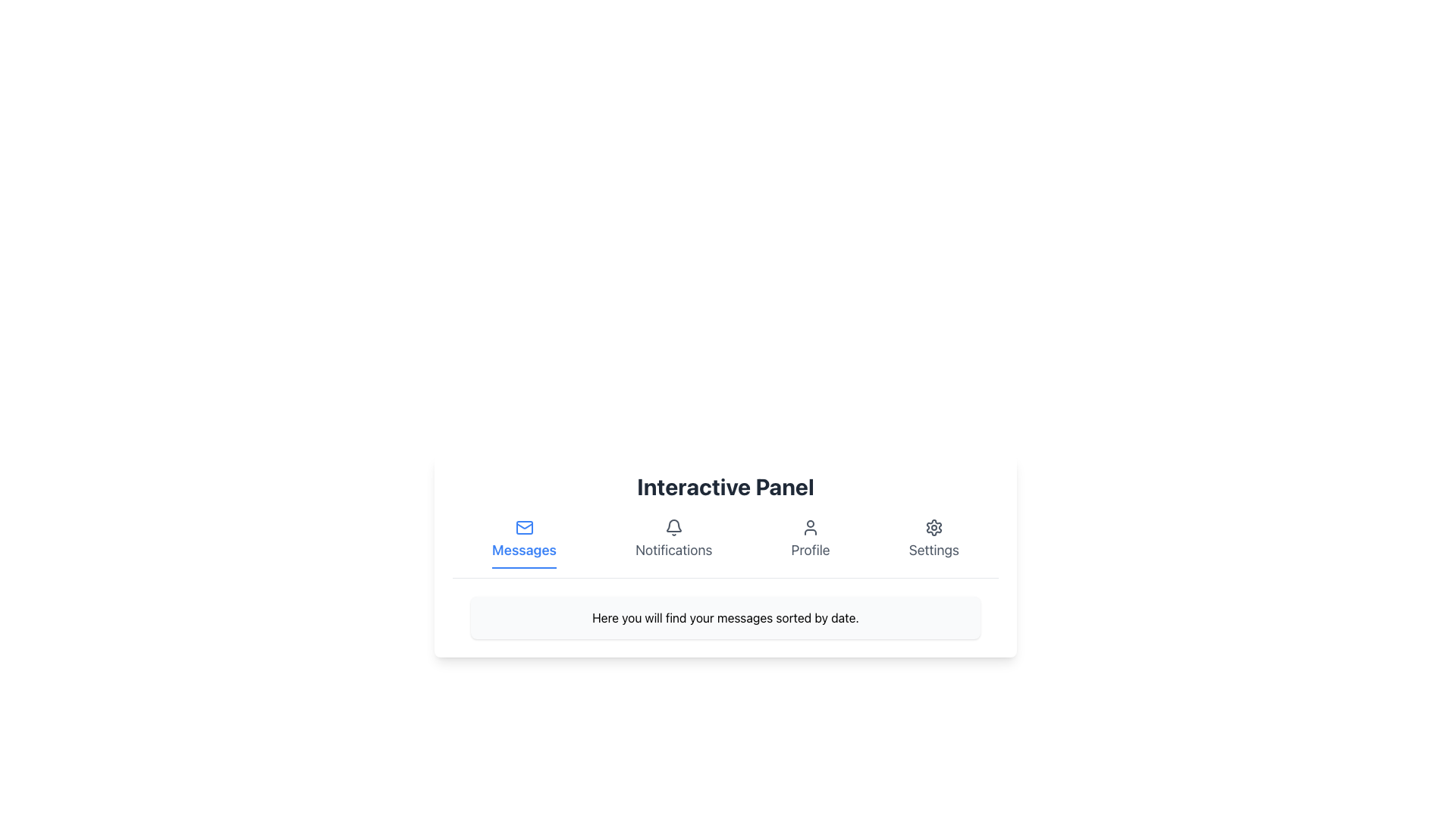 This screenshot has width=1456, height=819. Describe the element at coordinates (524, 526) in the screenshot. I see `the blue outlined mail icon depicting an envelope, located above the 'Messages' text in the bottom navigation bar` at that location.